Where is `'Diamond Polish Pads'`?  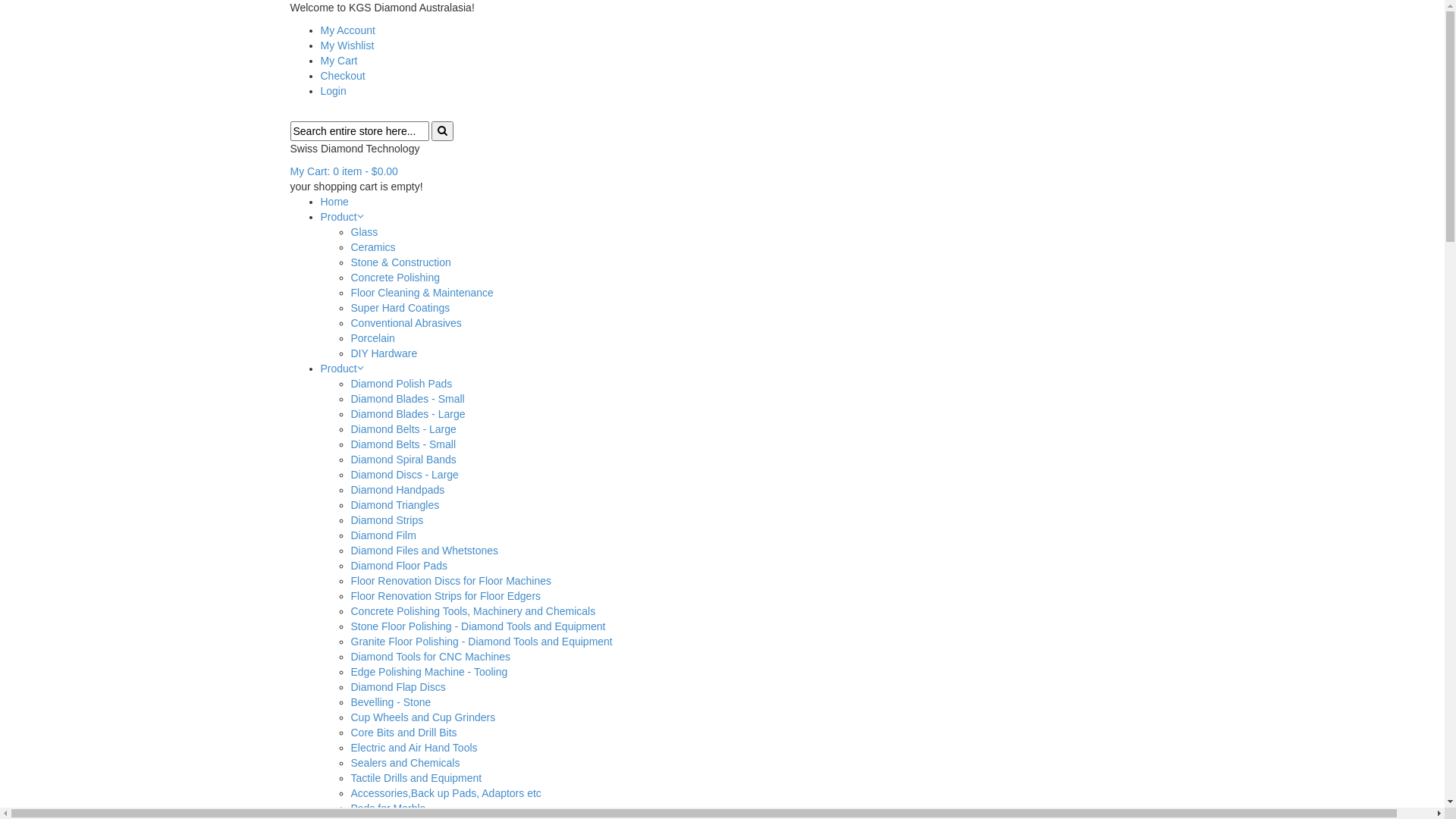 'Diamond Polish Pads' is located at coordinates (400, 382).